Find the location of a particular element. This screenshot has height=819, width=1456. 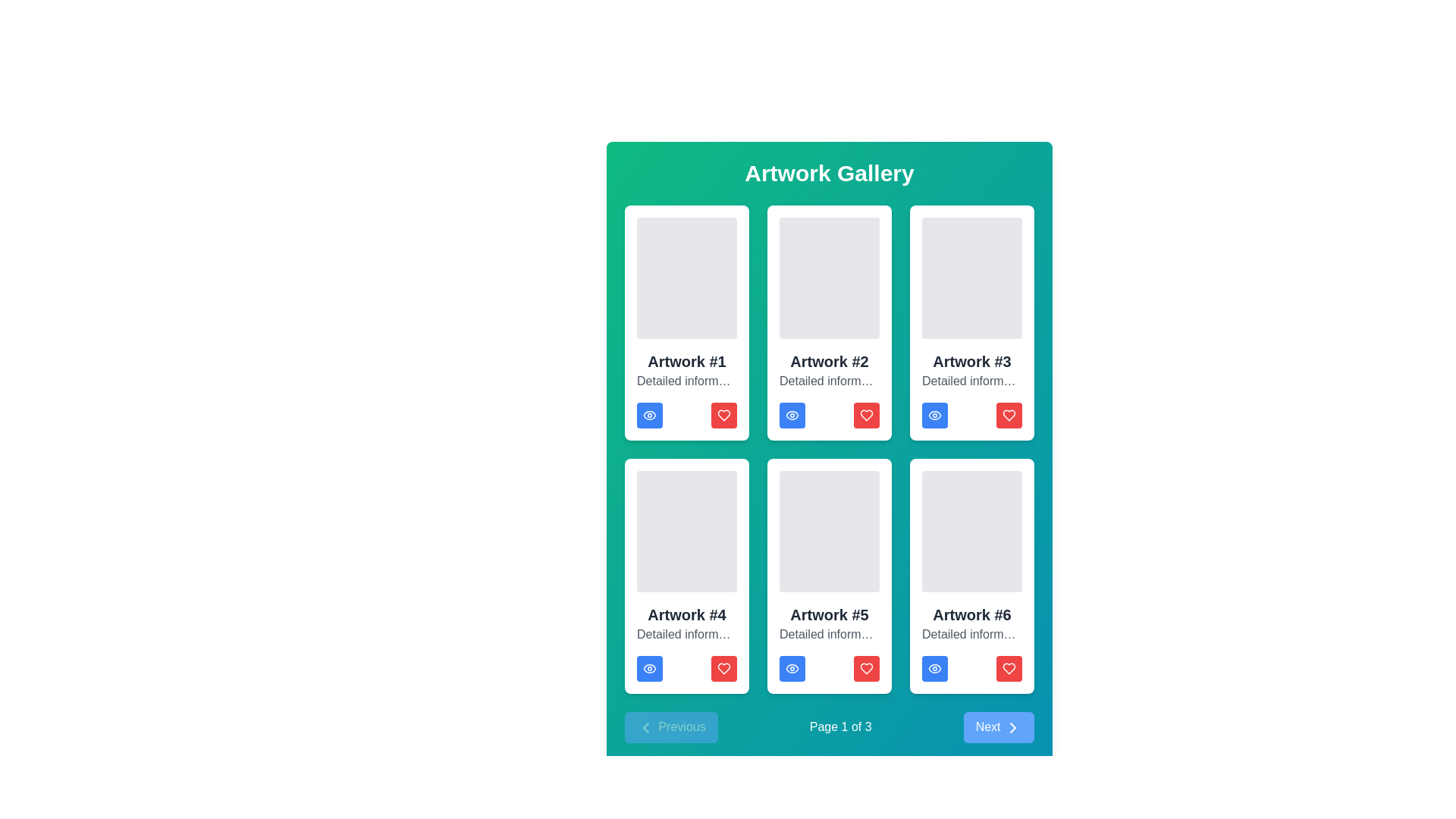

the pagination icon located at the far right side of the blue 'Next' button, which indicates the action of moving to the next page in the gallery is located at coordinates (1012, 726).